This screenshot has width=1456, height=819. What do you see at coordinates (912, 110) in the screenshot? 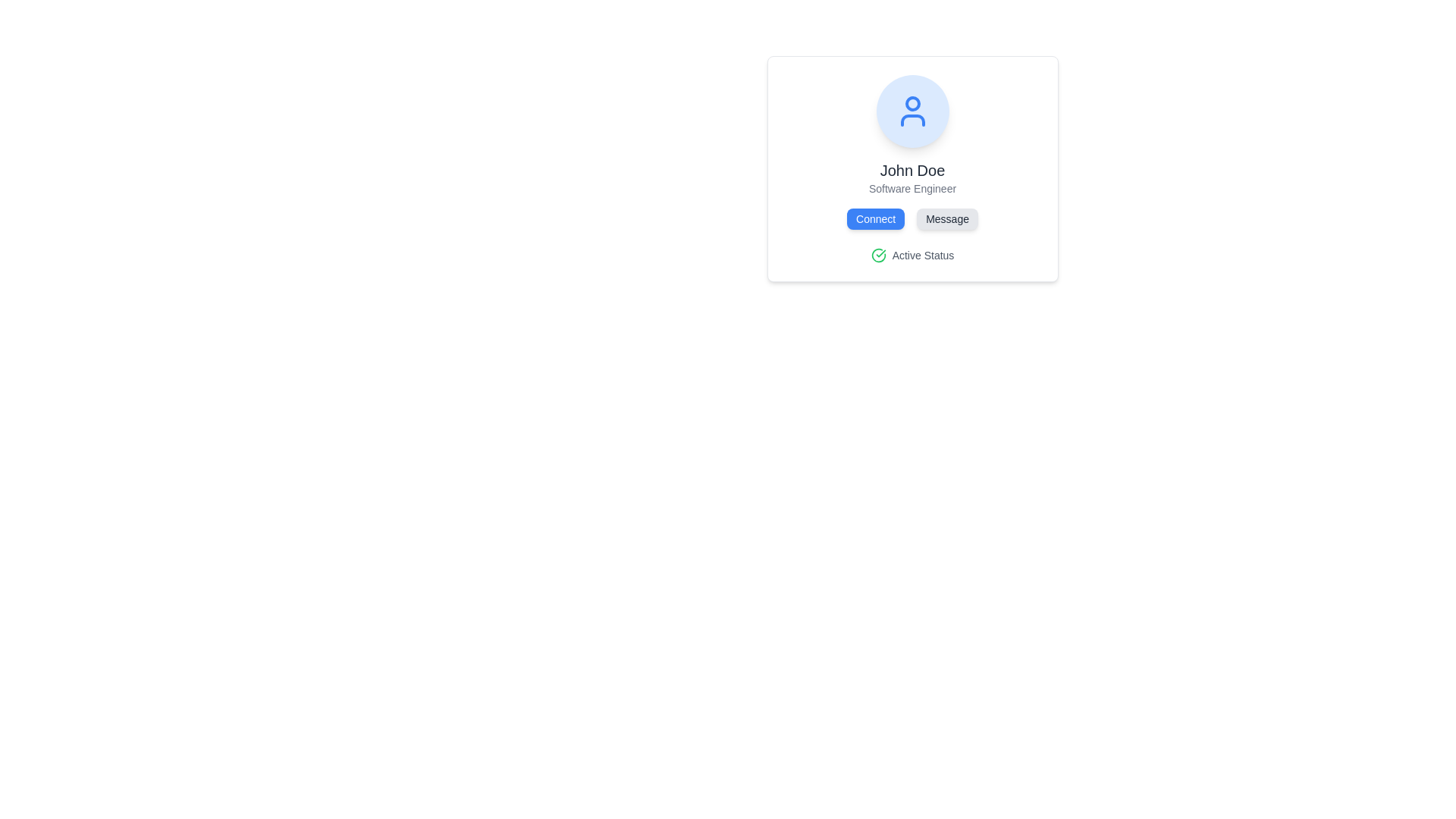
I see `the user profile icon, which is centrally positioned within a rounded, blue-outlined area at the top of the user profile card` at bounding box center [912, 110].